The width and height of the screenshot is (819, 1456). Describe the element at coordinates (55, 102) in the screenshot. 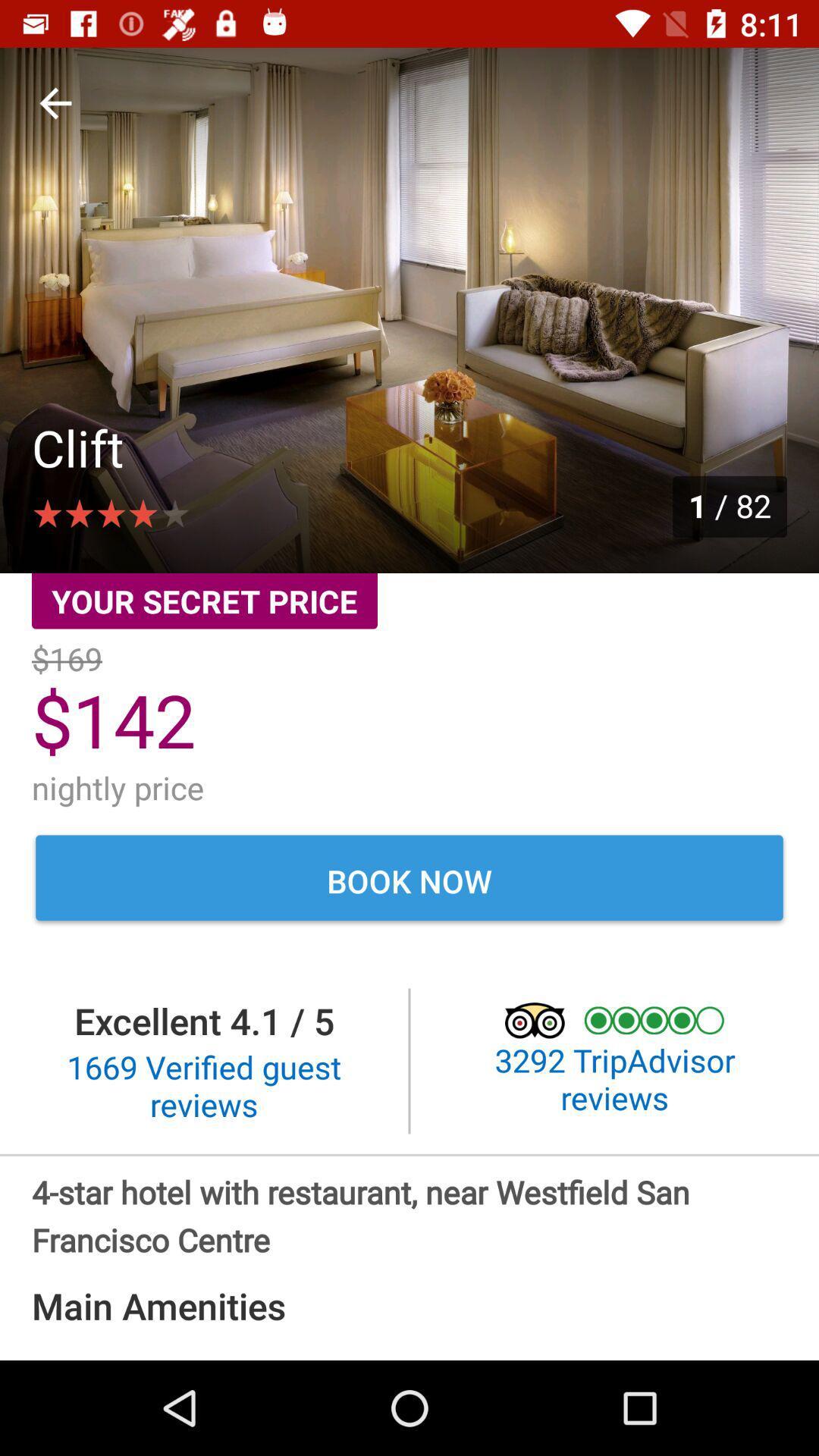

I see `item above the clift icon` at that location.